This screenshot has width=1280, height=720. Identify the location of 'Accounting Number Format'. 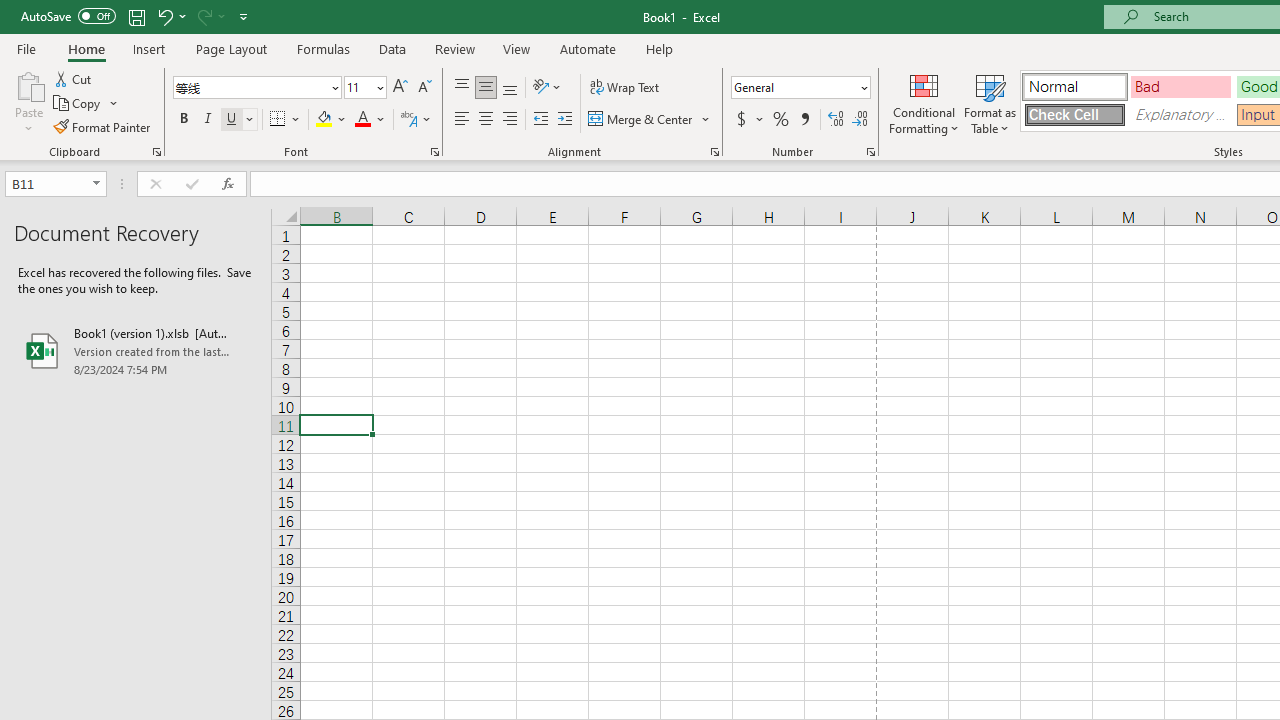
(740, 119).